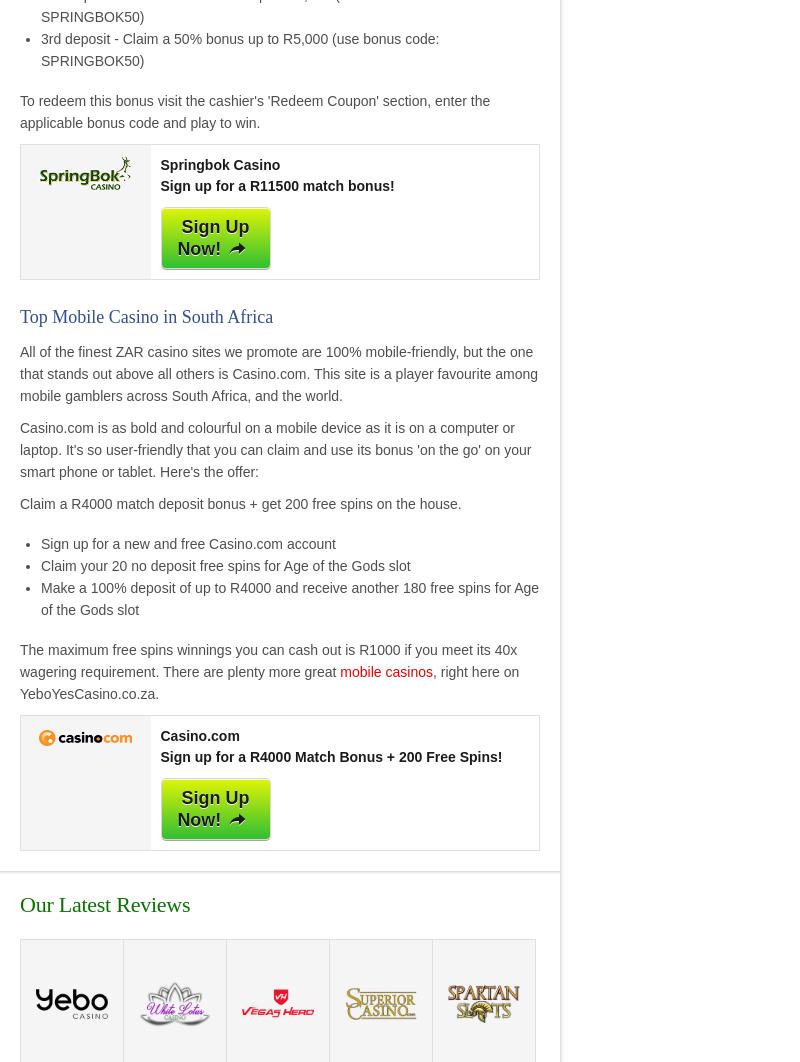  Describe the element at coordinates (104, 902) in the screenshot. I see `'Our Latest Reviews'` at that location.